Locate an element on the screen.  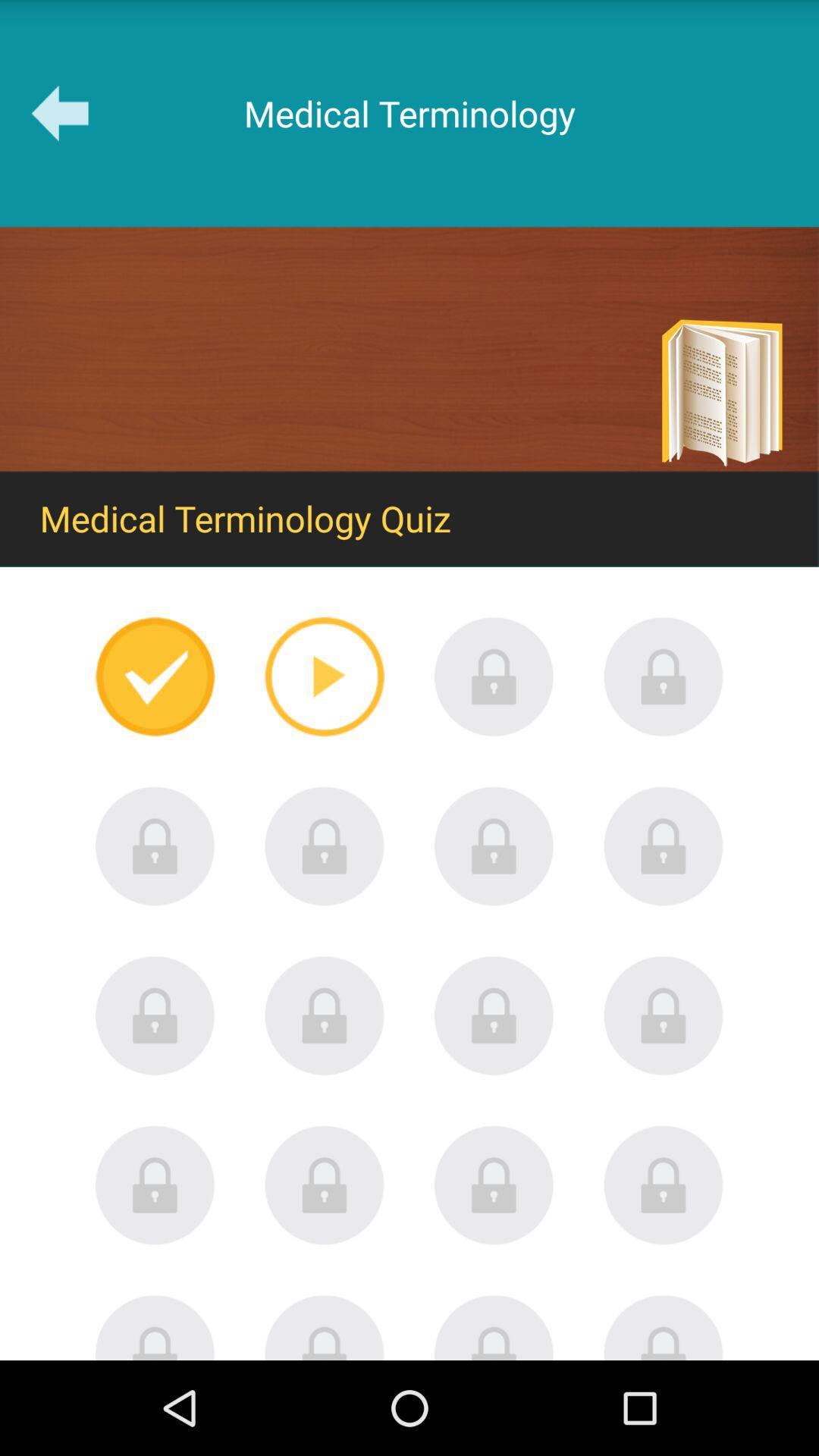
you passed is located at coordinates (155, 676).